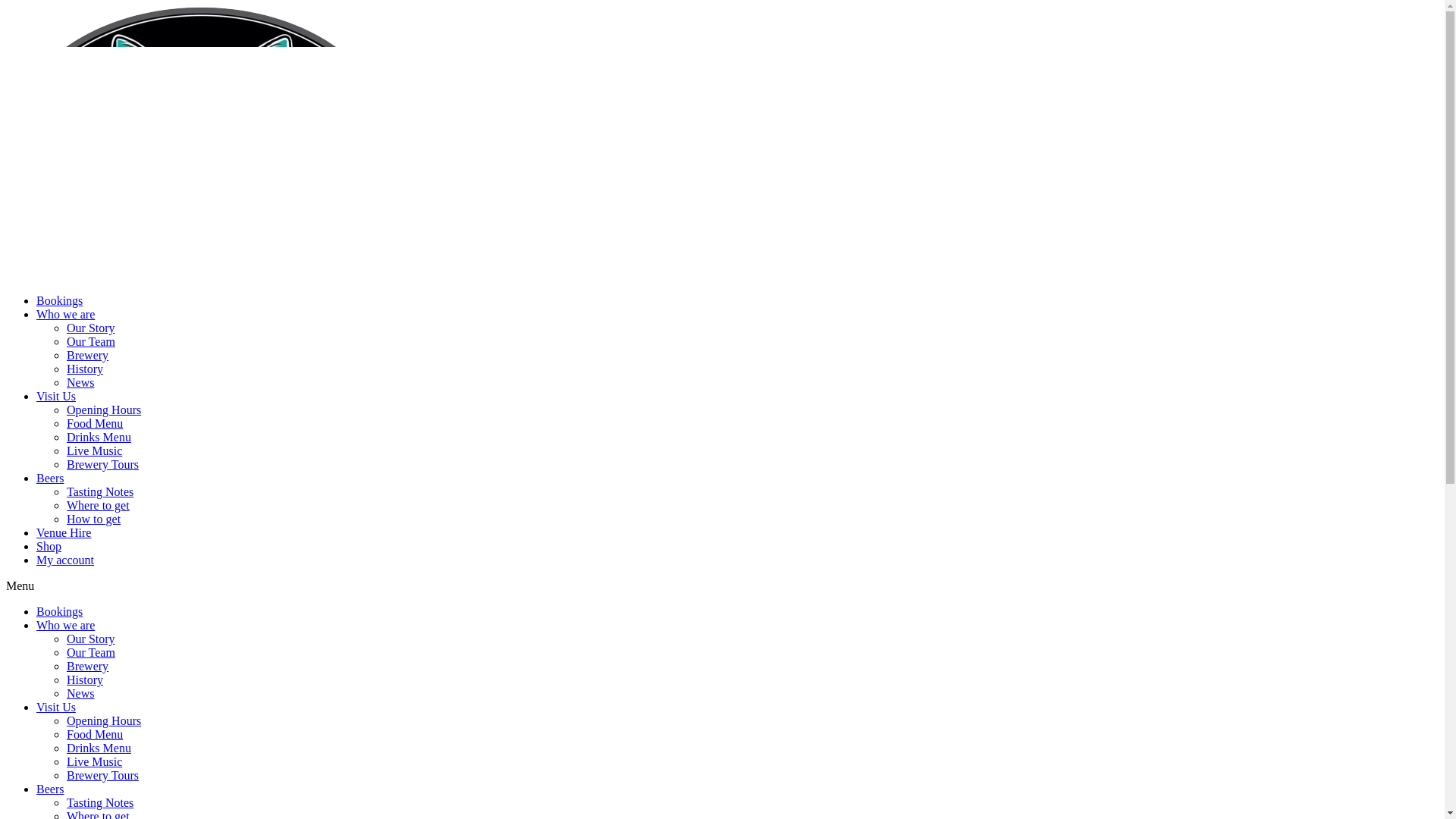 This screenshot has height=819, width=1456. Describe the element at coordinates (65, 341) in the screenshot. I see `'Our Team'` at that location.